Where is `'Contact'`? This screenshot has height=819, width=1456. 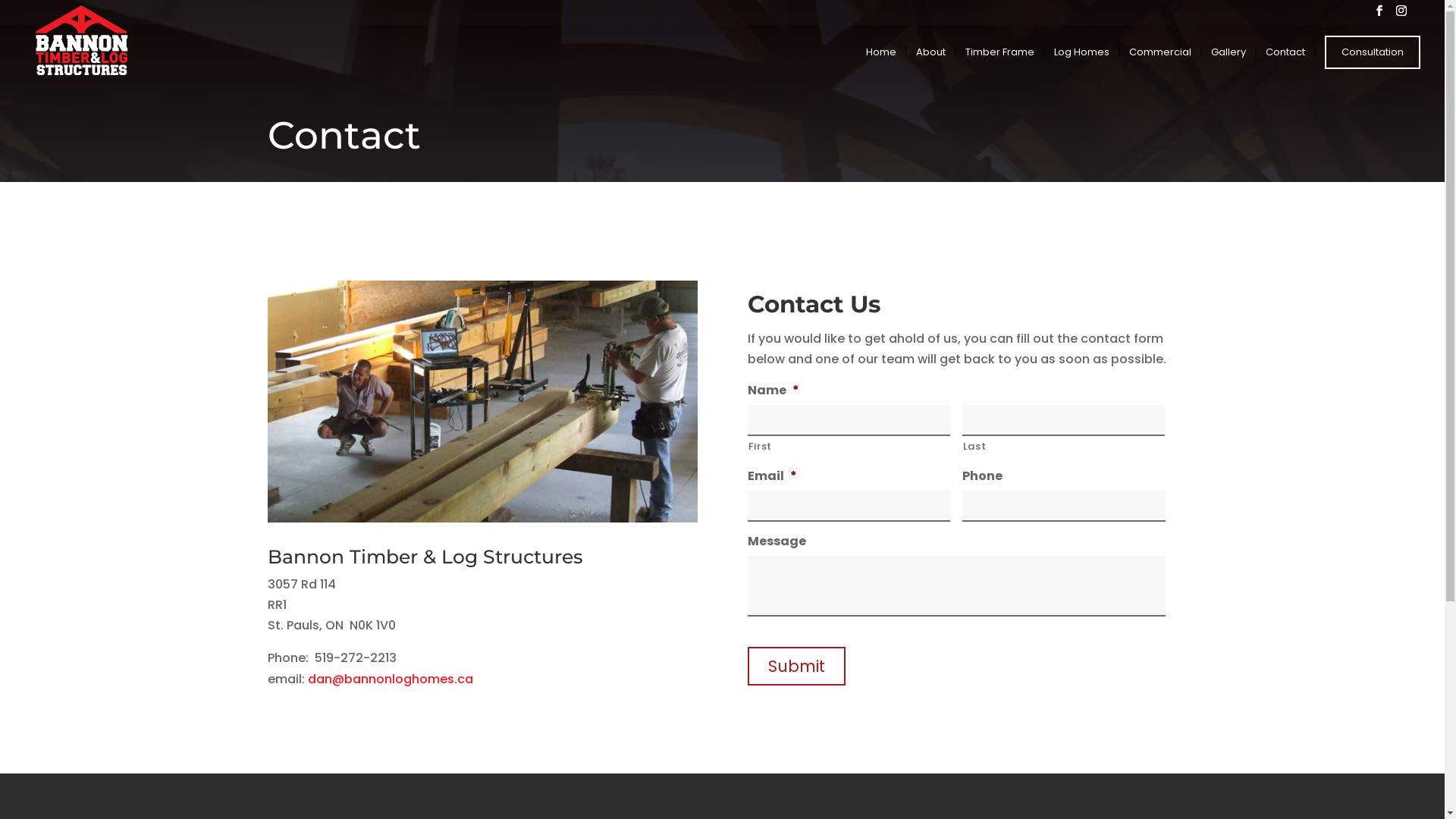
'Contact' is located at coordinates (1284, 62).